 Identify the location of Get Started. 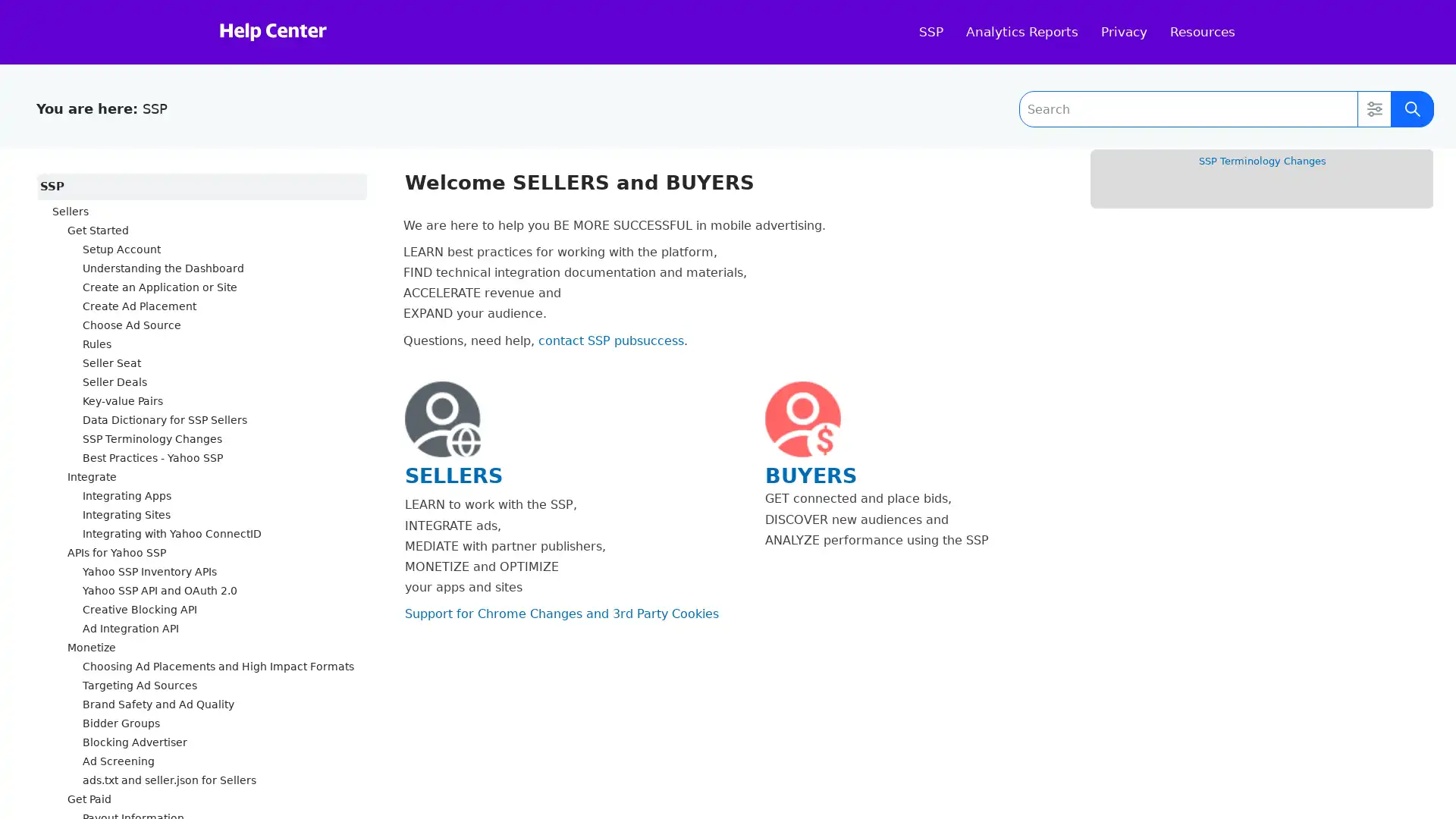
(200, 232).